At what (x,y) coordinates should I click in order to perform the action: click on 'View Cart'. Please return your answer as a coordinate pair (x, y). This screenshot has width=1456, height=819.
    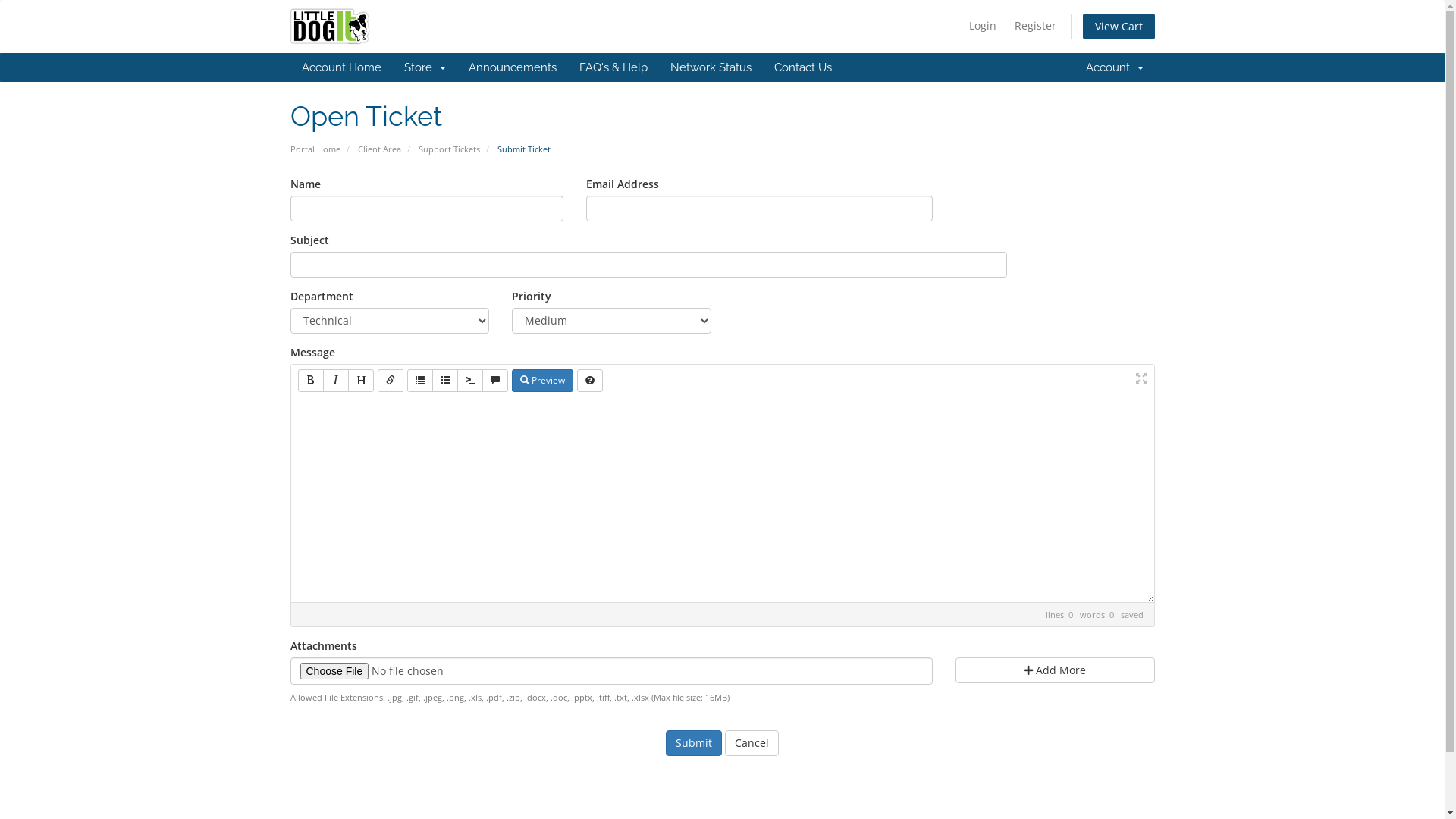
    Looking at the image, I should click on (1119, 26).